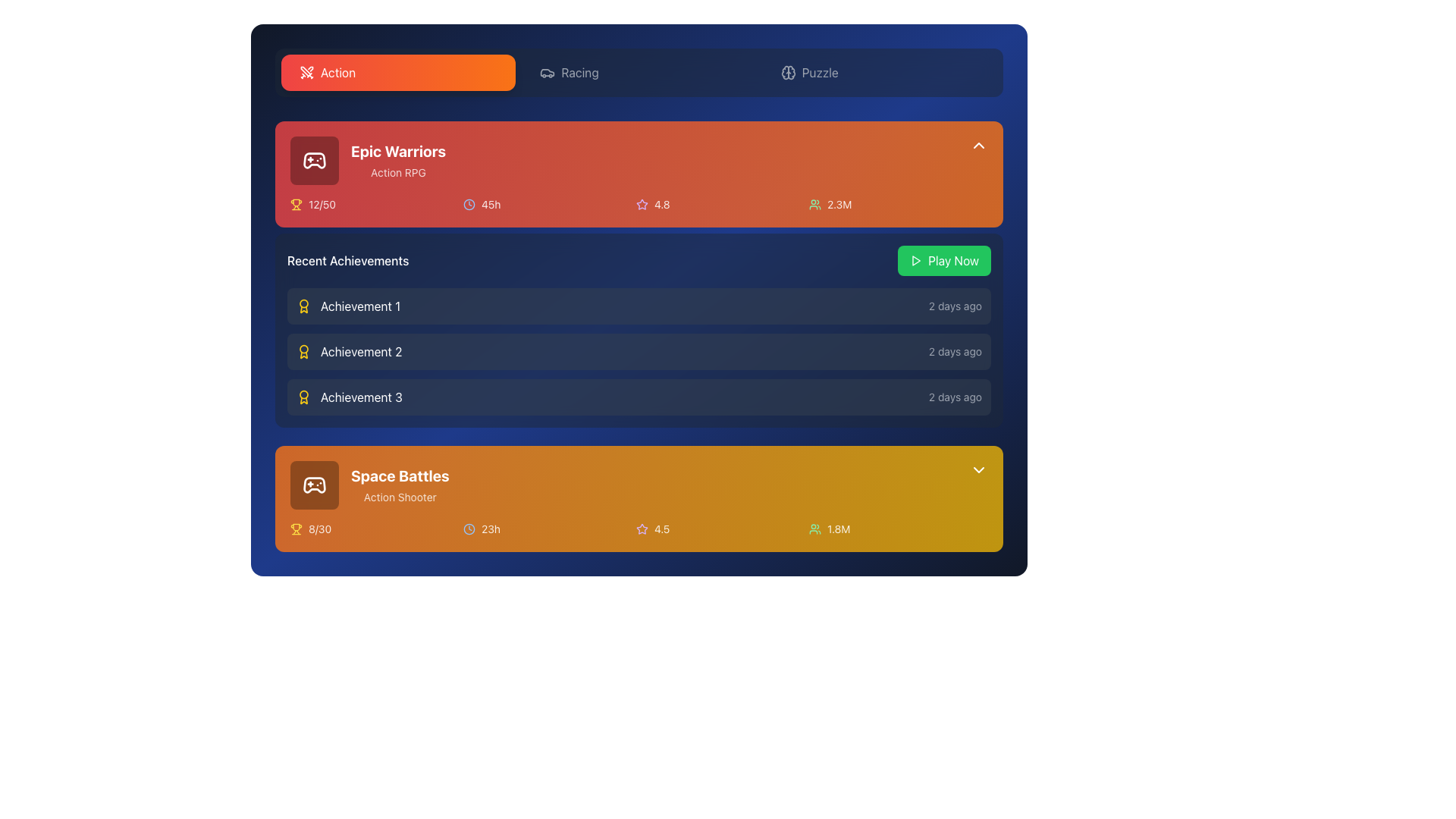  What do you see at coordinates (296, 529) in the screenshot?
I see `the progress icon located within the orange background panel under the game title 'Space Battles', positioned to the left of the text '8/30'` at bounding box center [296, 529].